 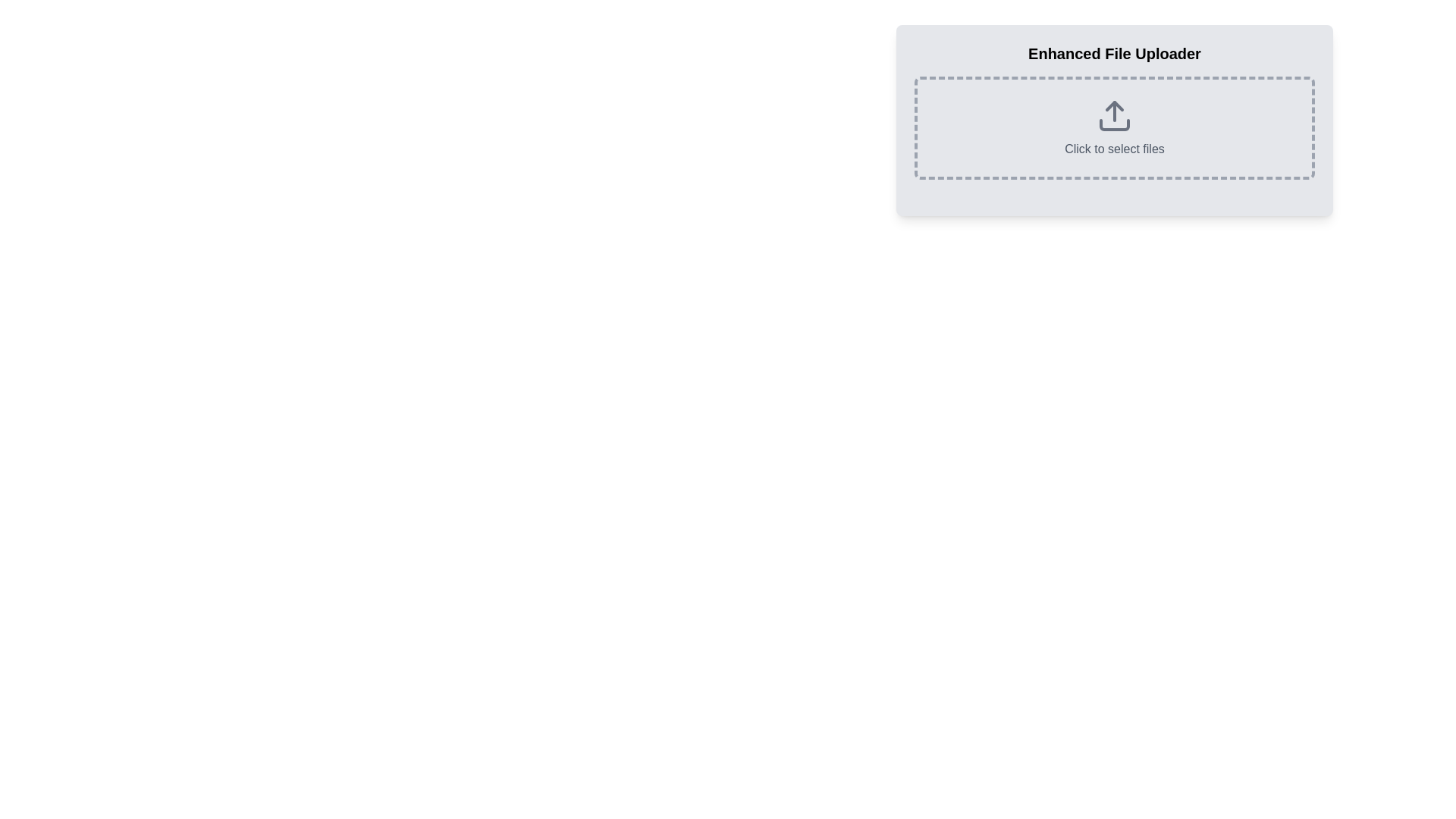 I want to click on the 'Enhanced File Uploader' component, which is a light gray rectangular area with rounded corners, so click(x=1114, y=119).